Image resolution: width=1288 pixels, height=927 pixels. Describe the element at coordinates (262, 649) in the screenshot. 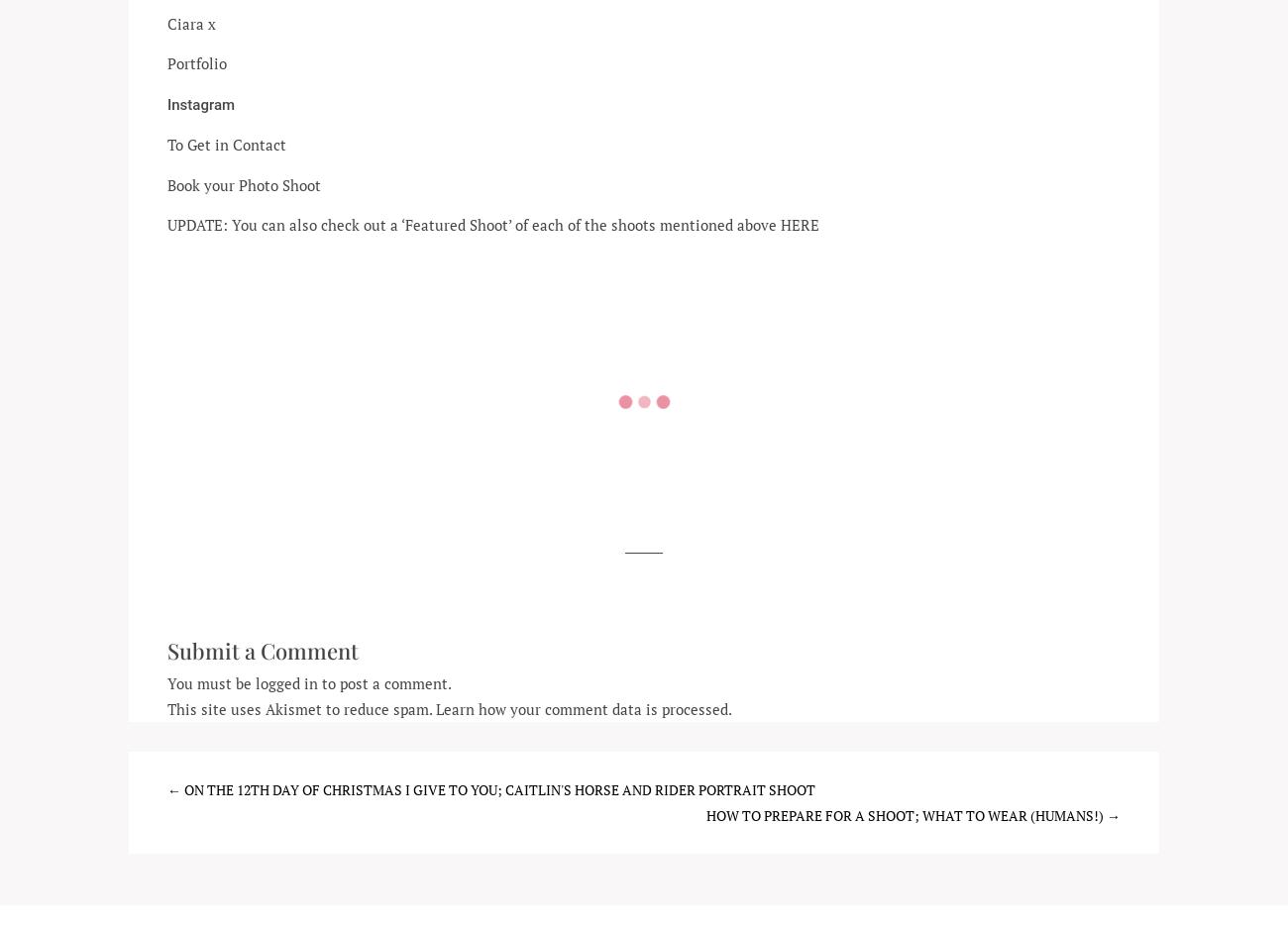

I see `'Submit a Comment'` at that location.